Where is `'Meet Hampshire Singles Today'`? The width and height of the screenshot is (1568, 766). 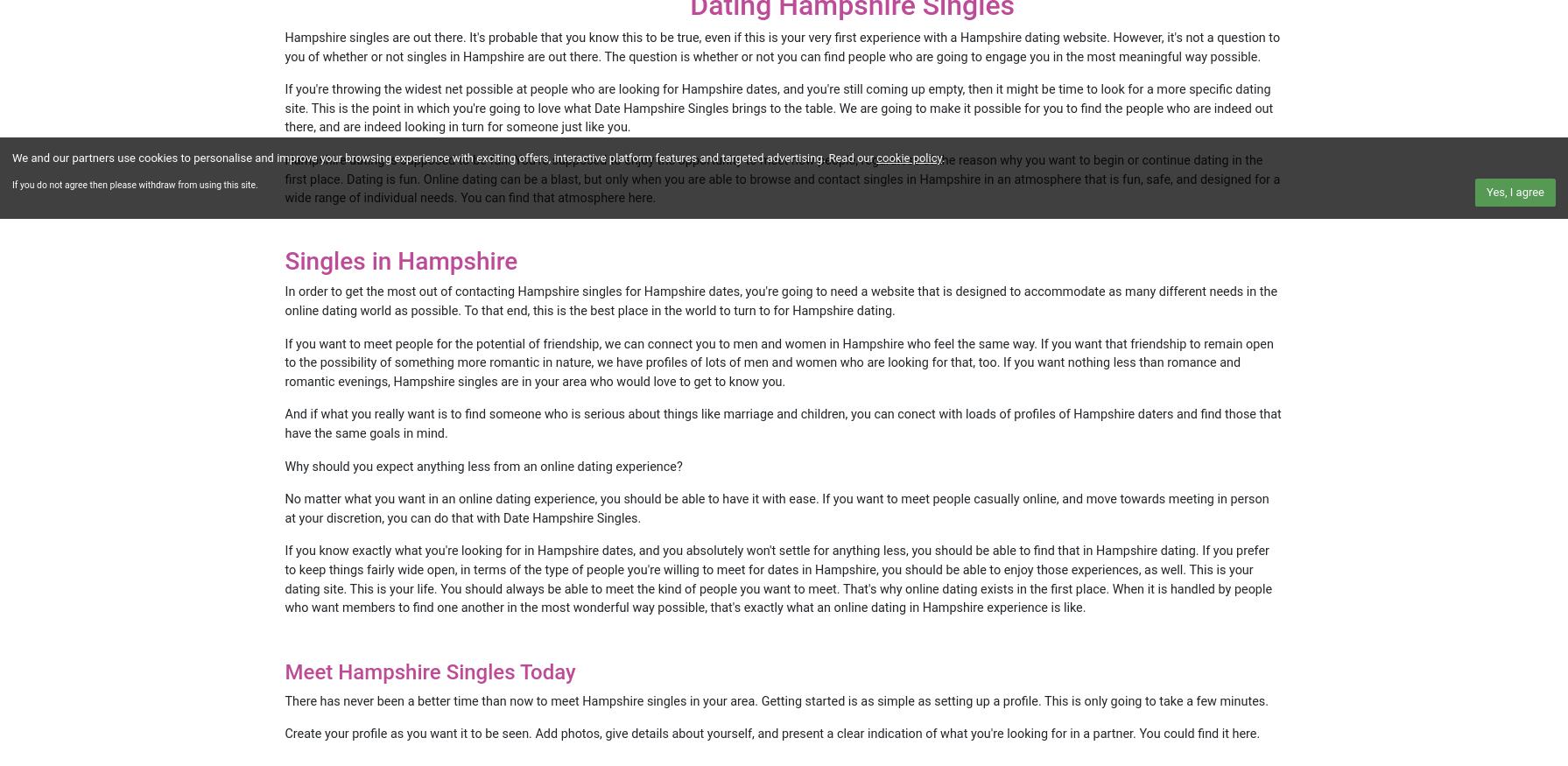 'Meet Hampshire Singles Today' is located at coordinates (429, 671).